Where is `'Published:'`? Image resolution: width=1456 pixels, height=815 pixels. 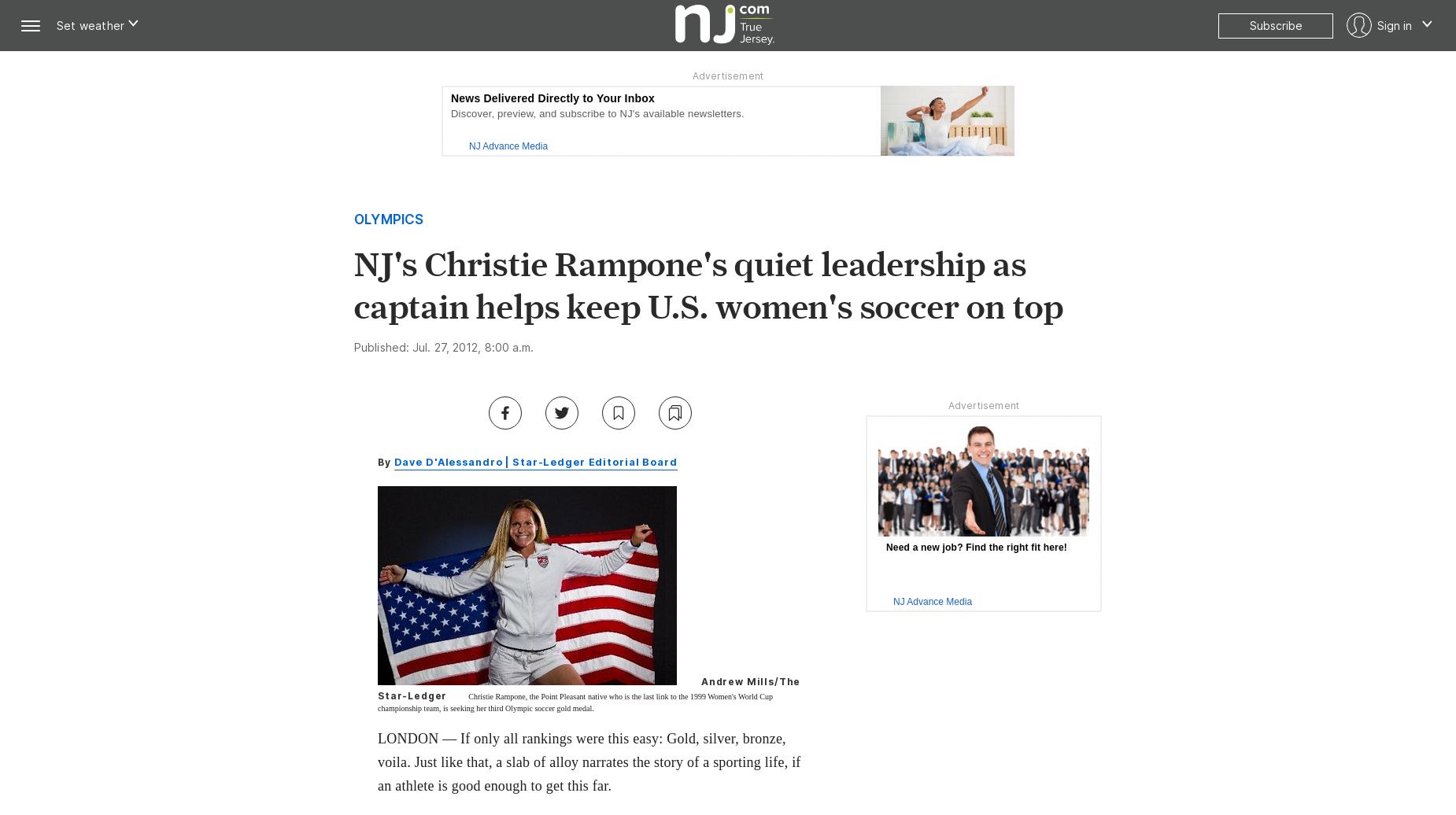 'Published:' is located at coordinates (382, 346).